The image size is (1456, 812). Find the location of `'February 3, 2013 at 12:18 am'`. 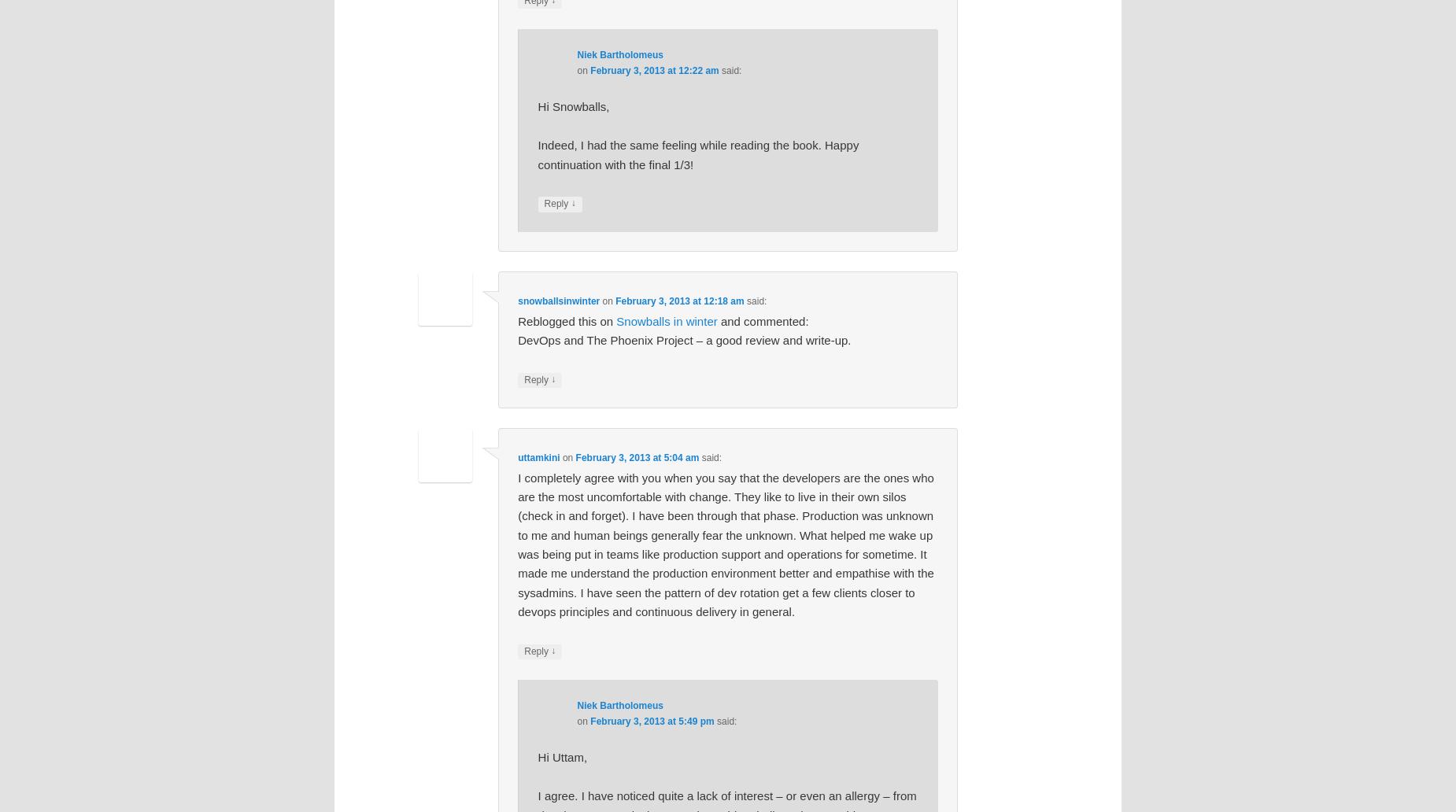

'February 3, 2013 at 12:18 am' is located at coordinates (679, 301).